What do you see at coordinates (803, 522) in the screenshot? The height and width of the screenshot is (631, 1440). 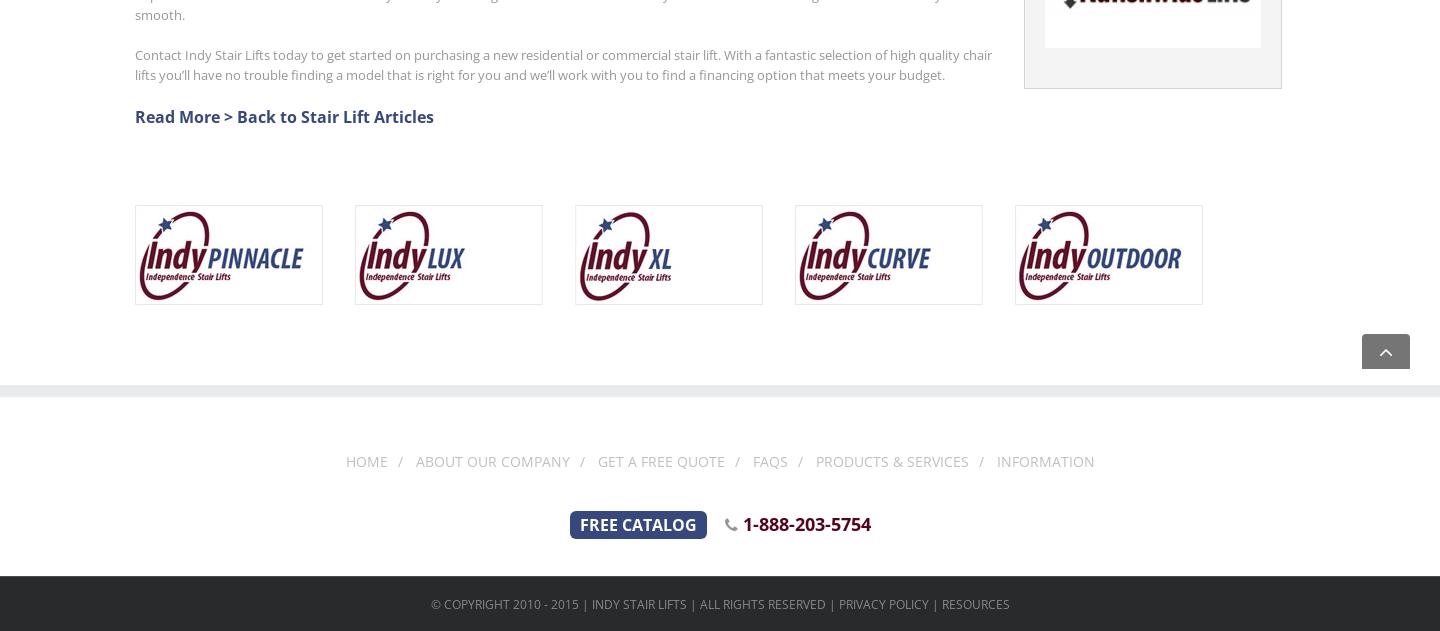 I see `'1-888-203-5754'` at bounding box center [803, 522].